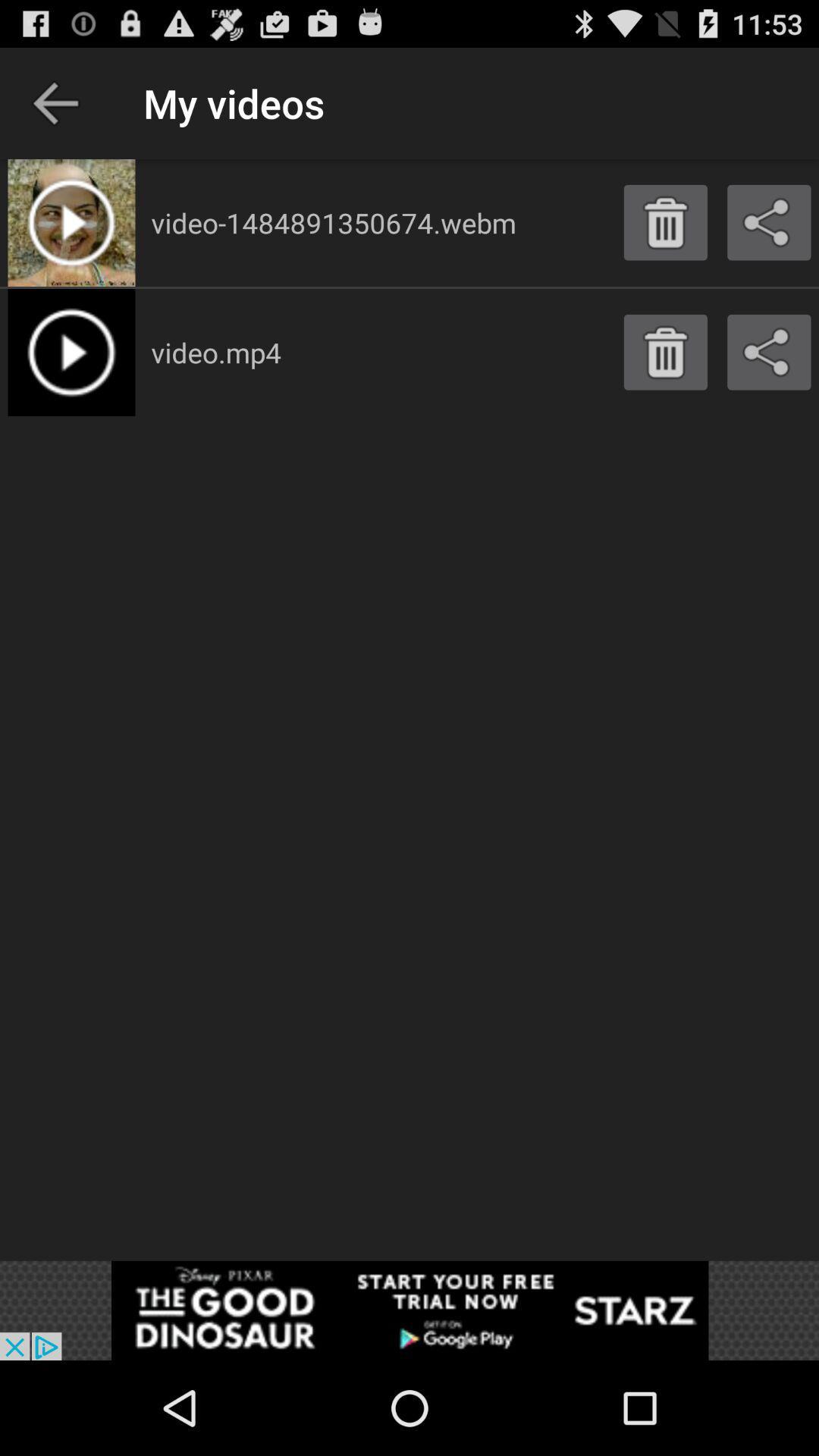  What do you see at coordinates (409, 1310) in the screenshot?
I see `switch autoplay option` at bounding box center [409, 1310].